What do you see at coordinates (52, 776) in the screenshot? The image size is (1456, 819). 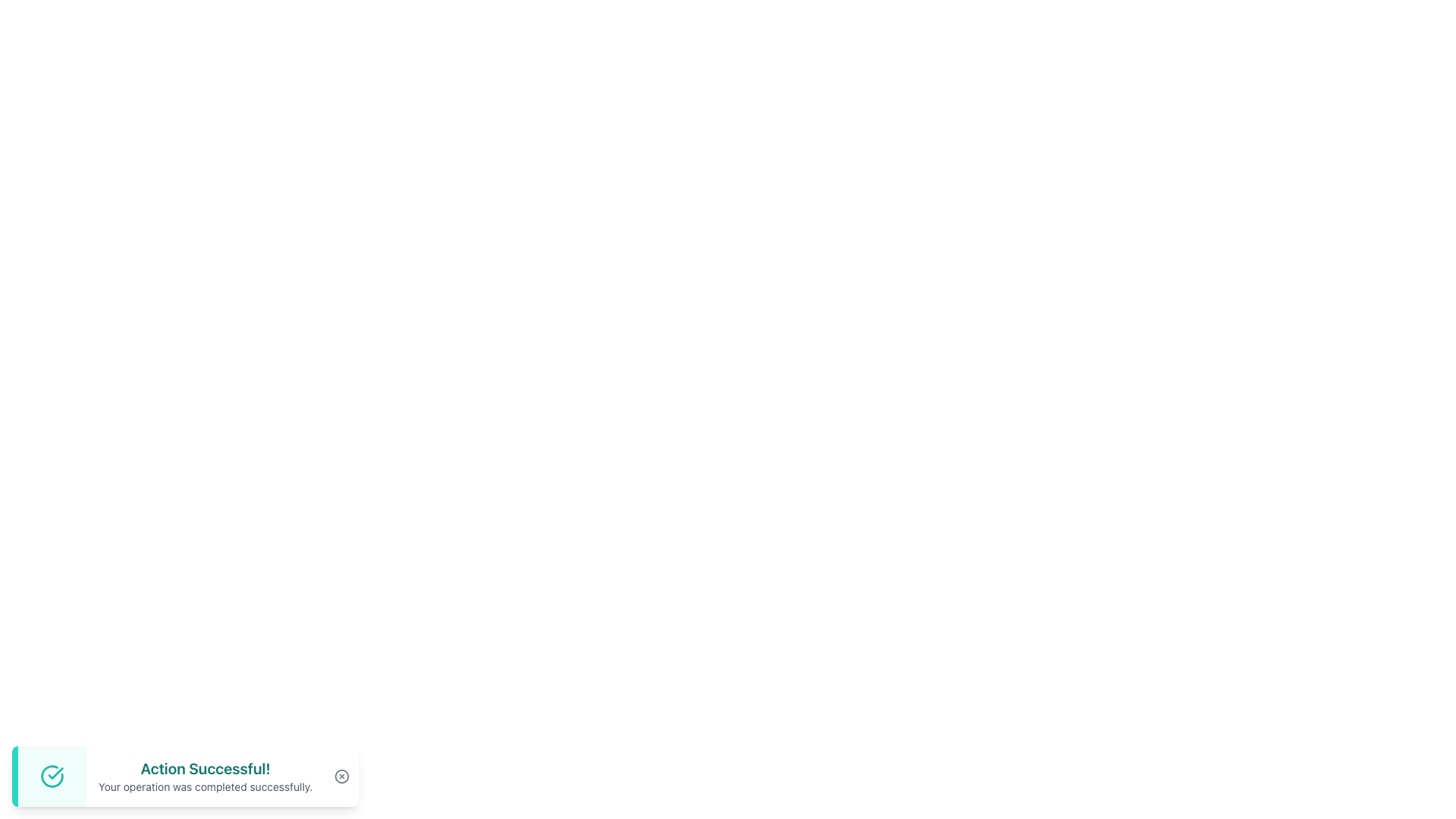 I see `the status indicator icon located in the bottom-left corner of the notification box` at bounding box center [52, 776].